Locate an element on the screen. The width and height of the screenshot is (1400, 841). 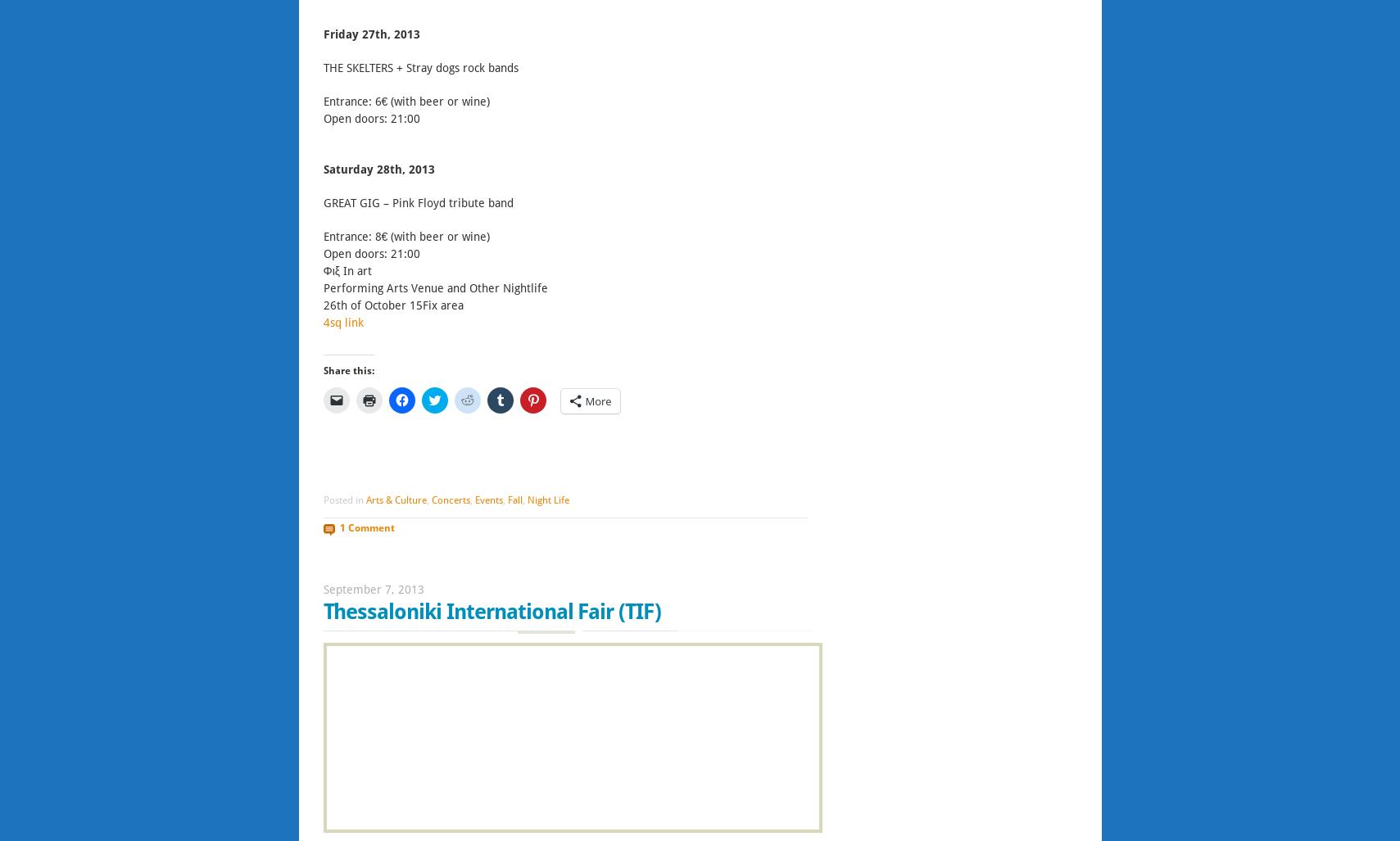
'Share this:' is located at coordinates (347, 371).